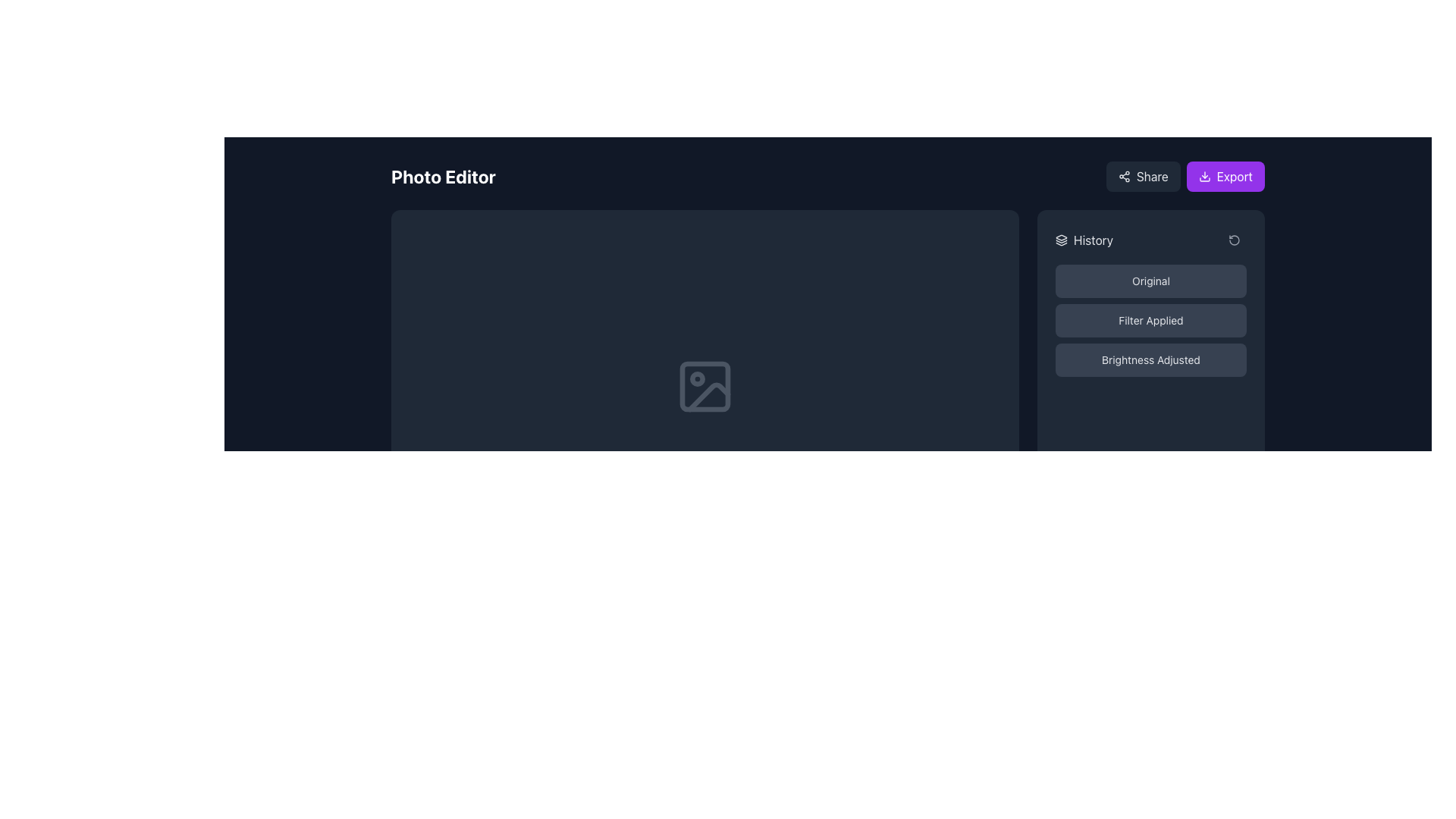 The height and width of the screenshot is (819, 1456). I want to click on the 'Original' state button located at the top of the sidebar group of buttons, so click(1150, 281).